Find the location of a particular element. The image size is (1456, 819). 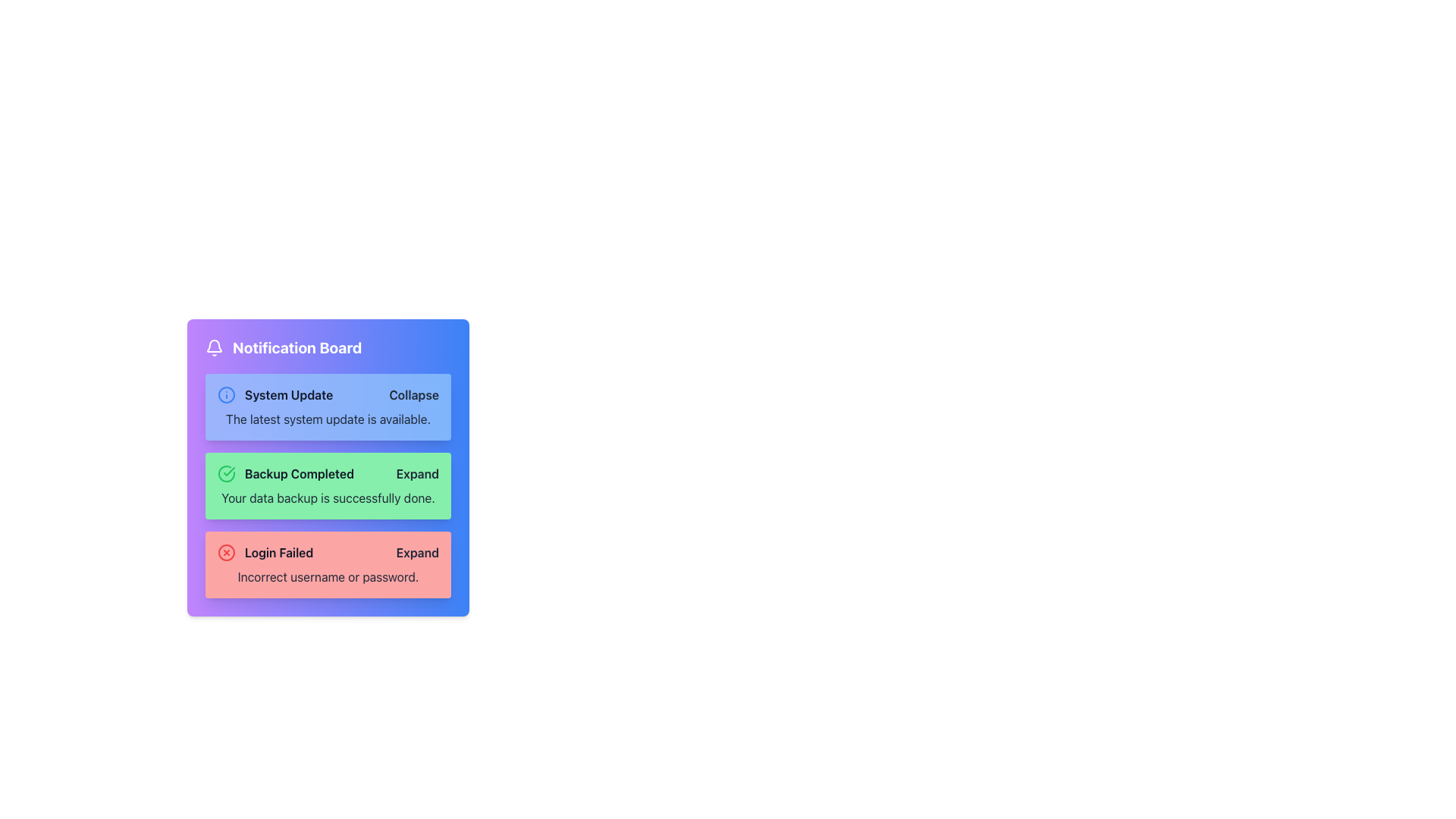

text label displaying 'System Update' which is styled in bold dark gray, located on the left side of the blue 'info' icon in the Notification Board section is located at coordinates (275, 394).